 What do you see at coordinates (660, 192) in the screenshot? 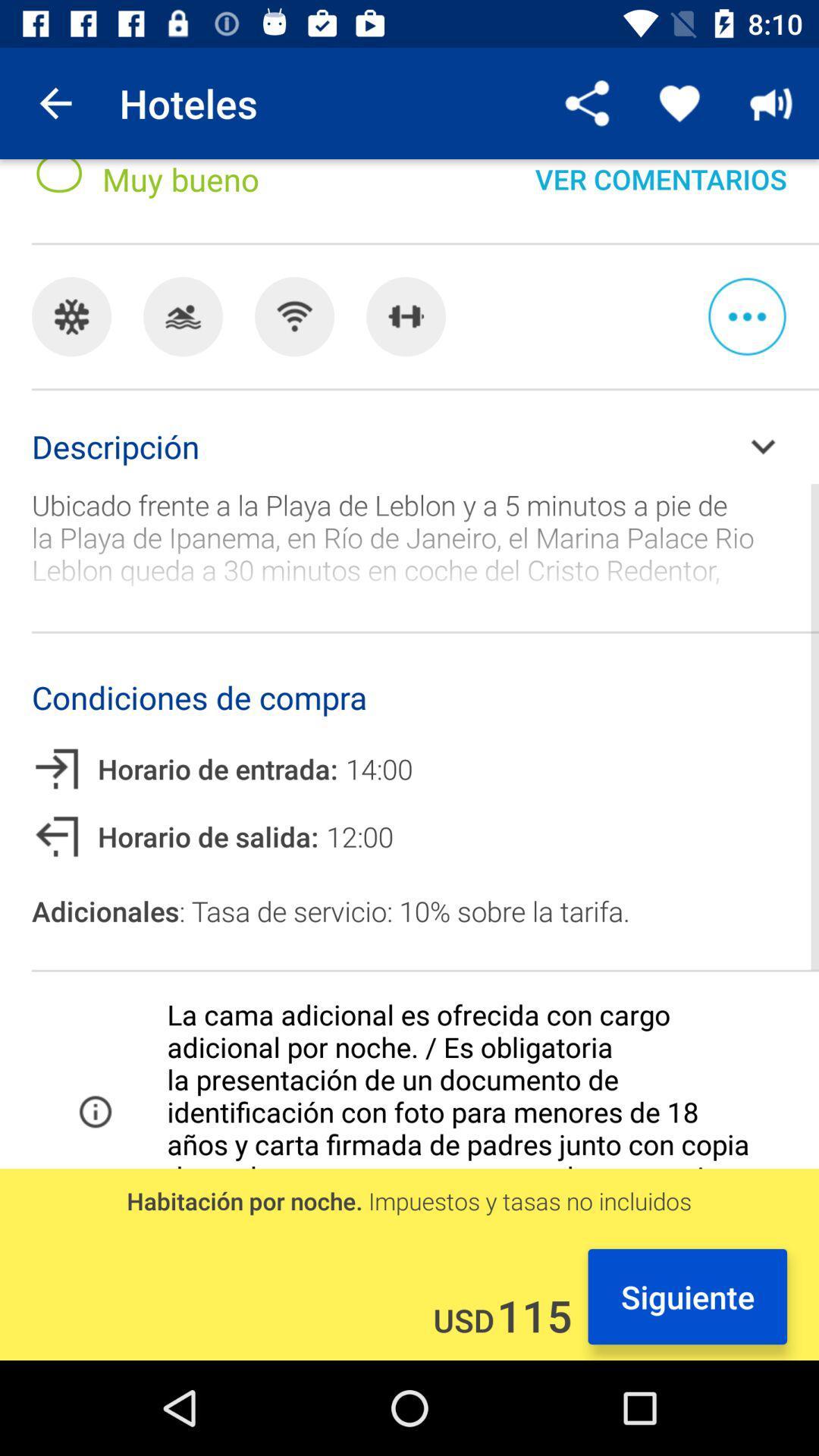
I see `item next to the muy bueno icon` at bounding box center [660, 192].